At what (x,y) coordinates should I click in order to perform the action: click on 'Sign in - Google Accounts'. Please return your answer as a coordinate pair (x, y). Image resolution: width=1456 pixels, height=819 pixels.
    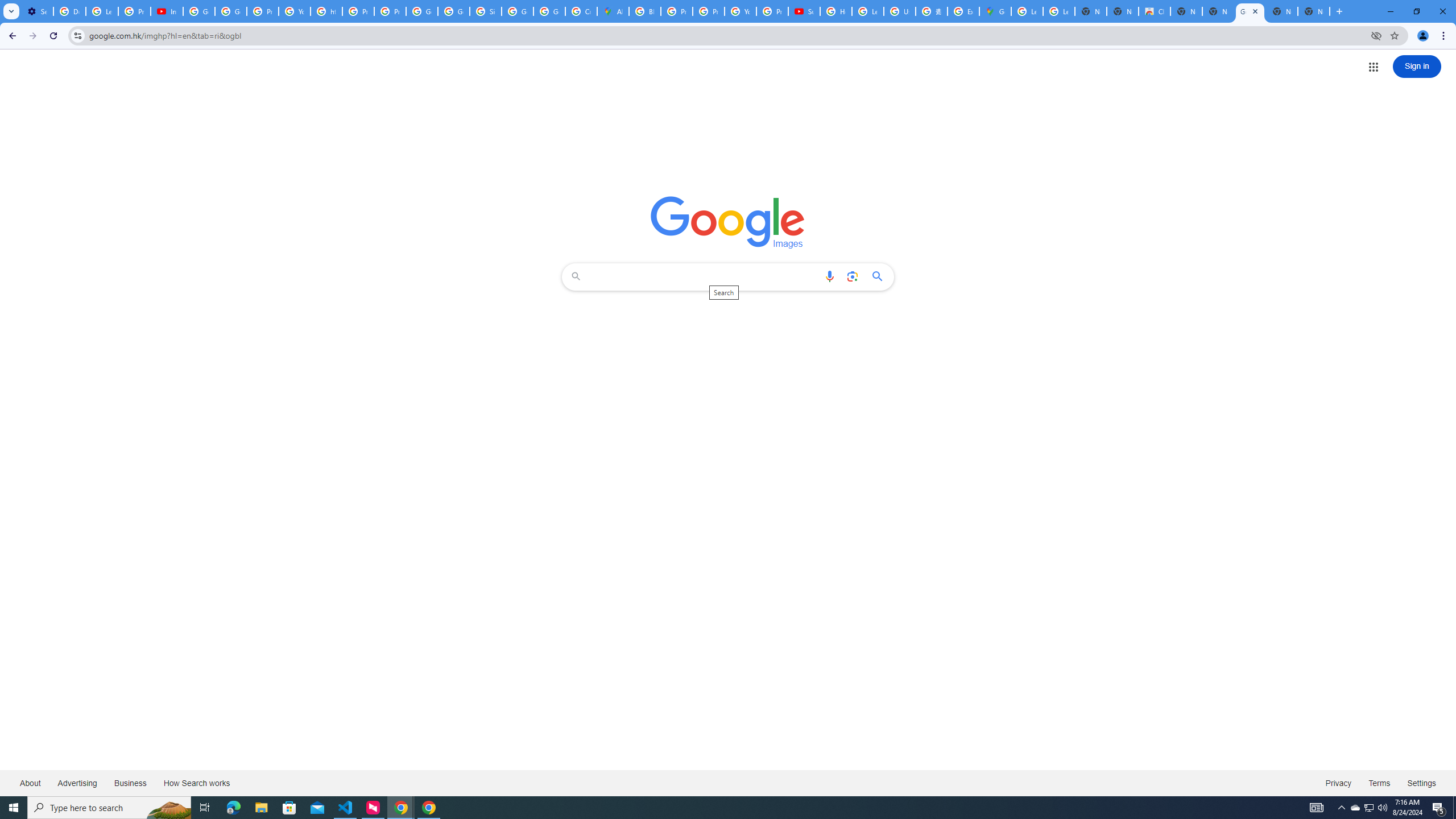
    Looking at the image, I should click on (485, 11).